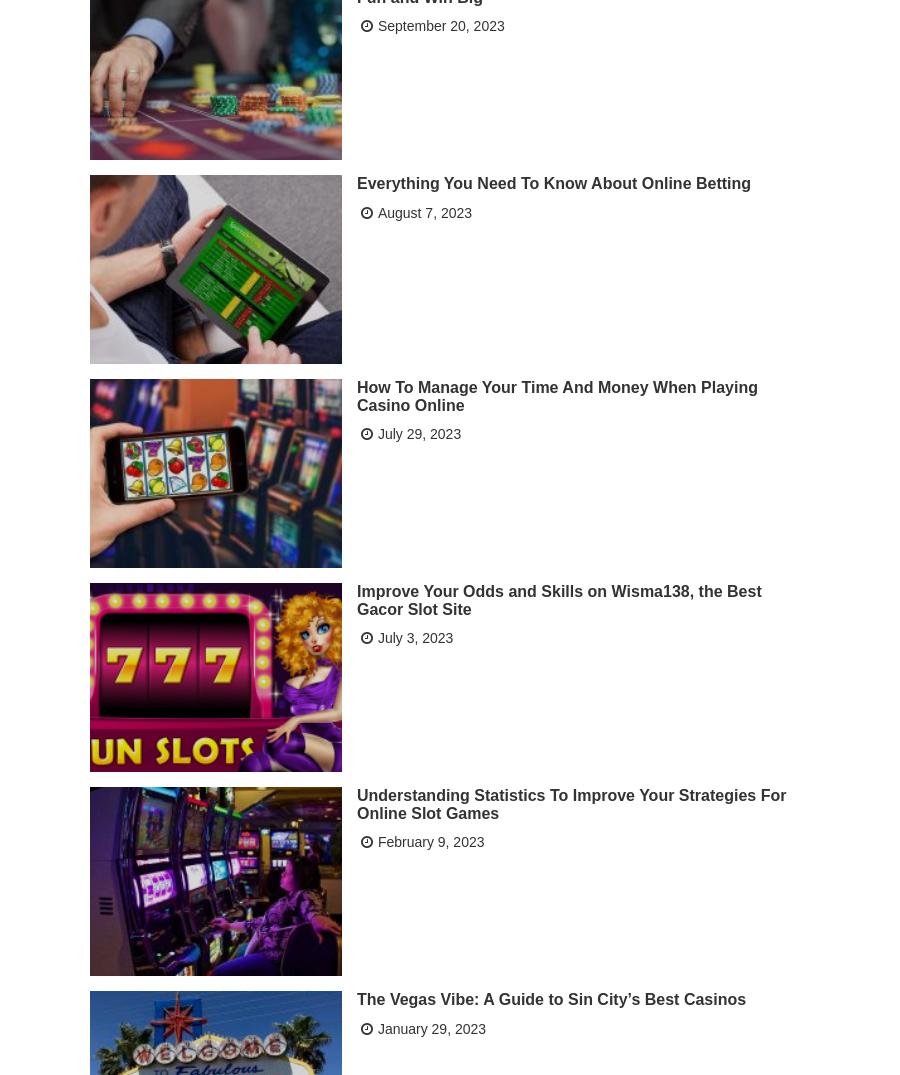  Describe the element at coordinates (357, 393) in the screenshot. I see `'How To Manage Your Time And Money When Playing Casino Online'` at that location.